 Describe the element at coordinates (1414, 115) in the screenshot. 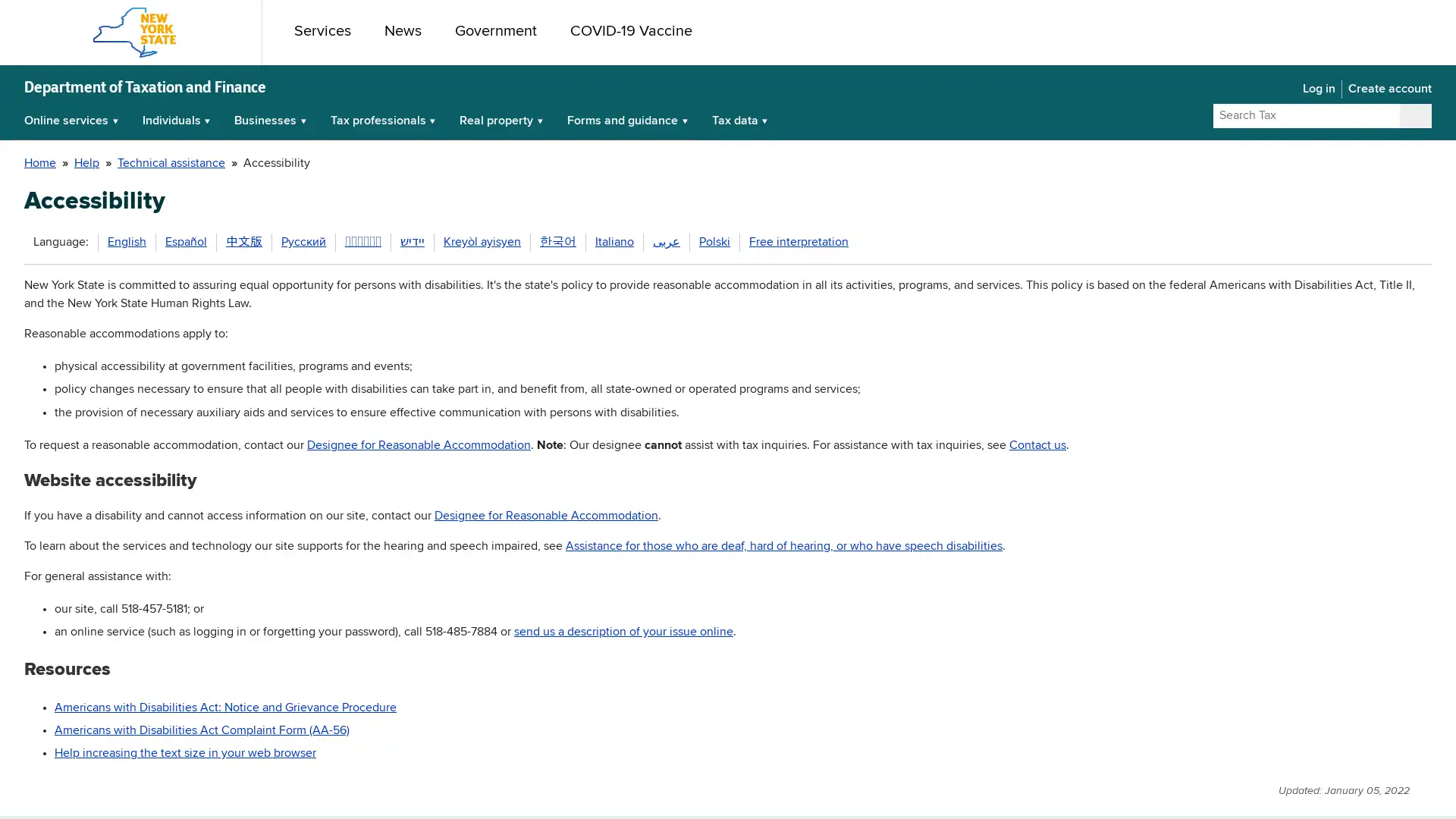

I see `Search Tax` at that location.